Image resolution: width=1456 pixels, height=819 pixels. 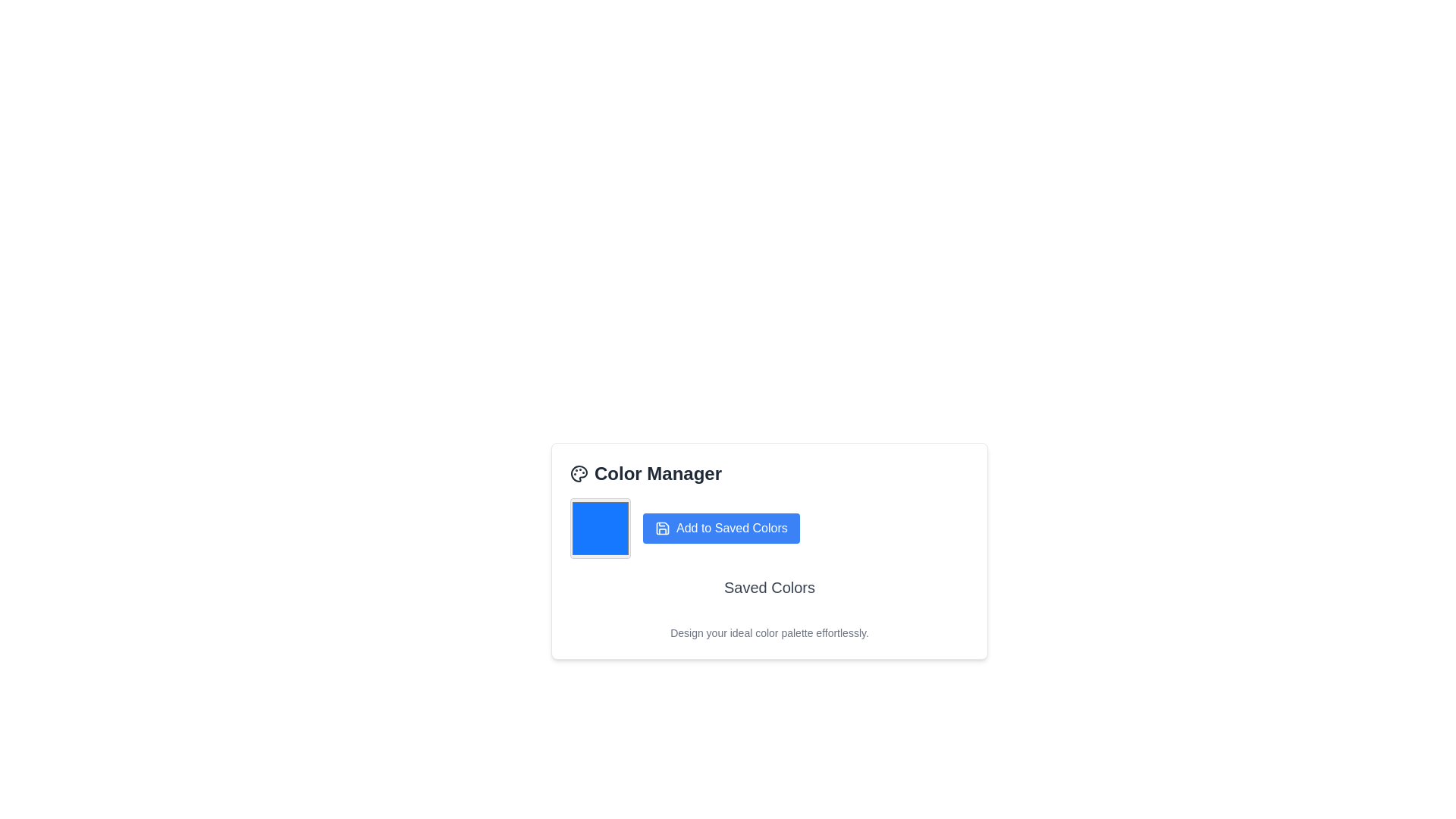 What do you see at coordinates (769, 632) in the screenshot?
I see `the descriptive text located at the bottom of the 'Color Manager' card, which informs users about the feature's purpose` at bounding box center [769, 632].